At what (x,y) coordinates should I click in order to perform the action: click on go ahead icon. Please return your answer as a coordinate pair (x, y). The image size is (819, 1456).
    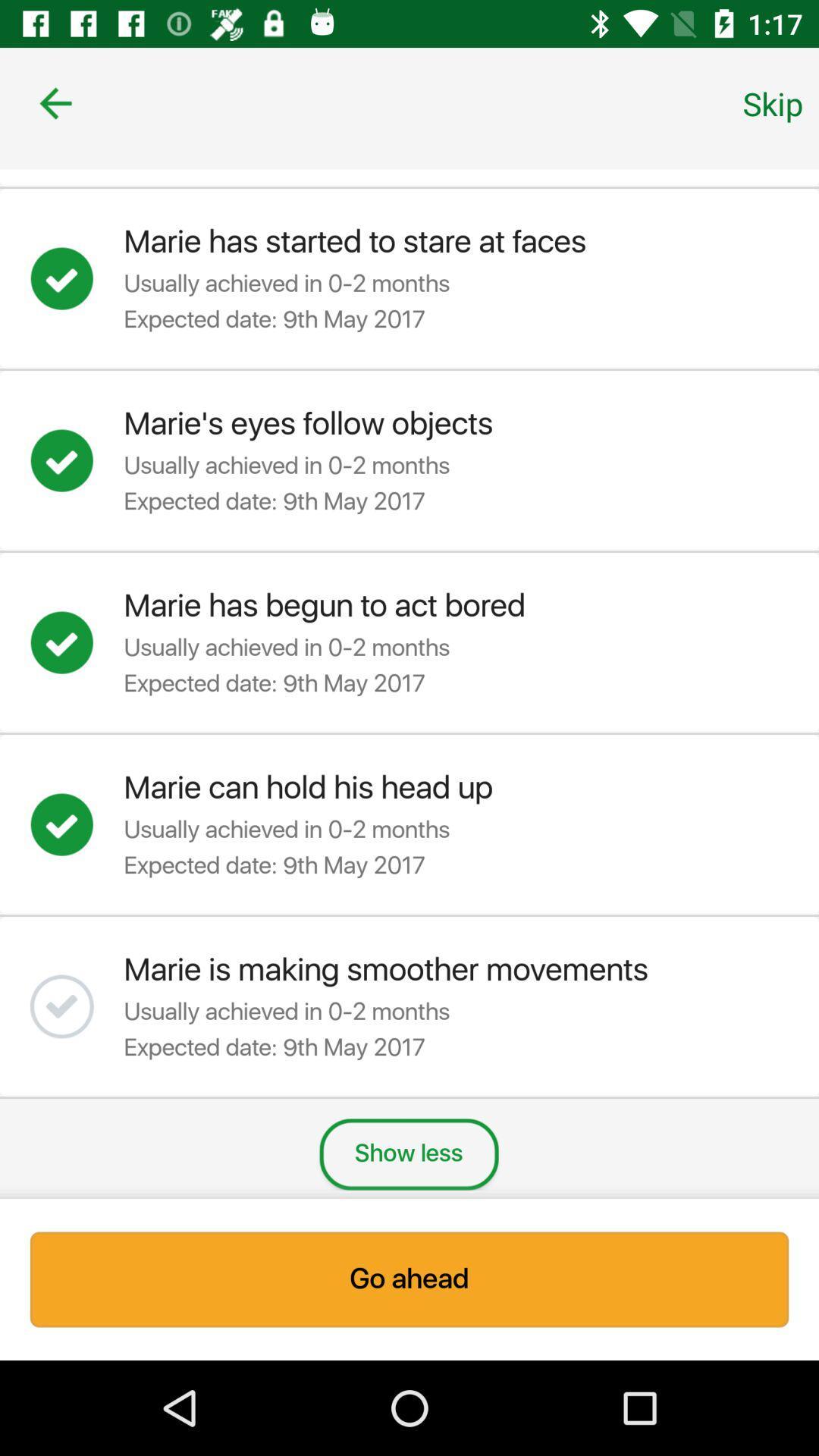
    Looking at the image, I should click on (409, 1279).